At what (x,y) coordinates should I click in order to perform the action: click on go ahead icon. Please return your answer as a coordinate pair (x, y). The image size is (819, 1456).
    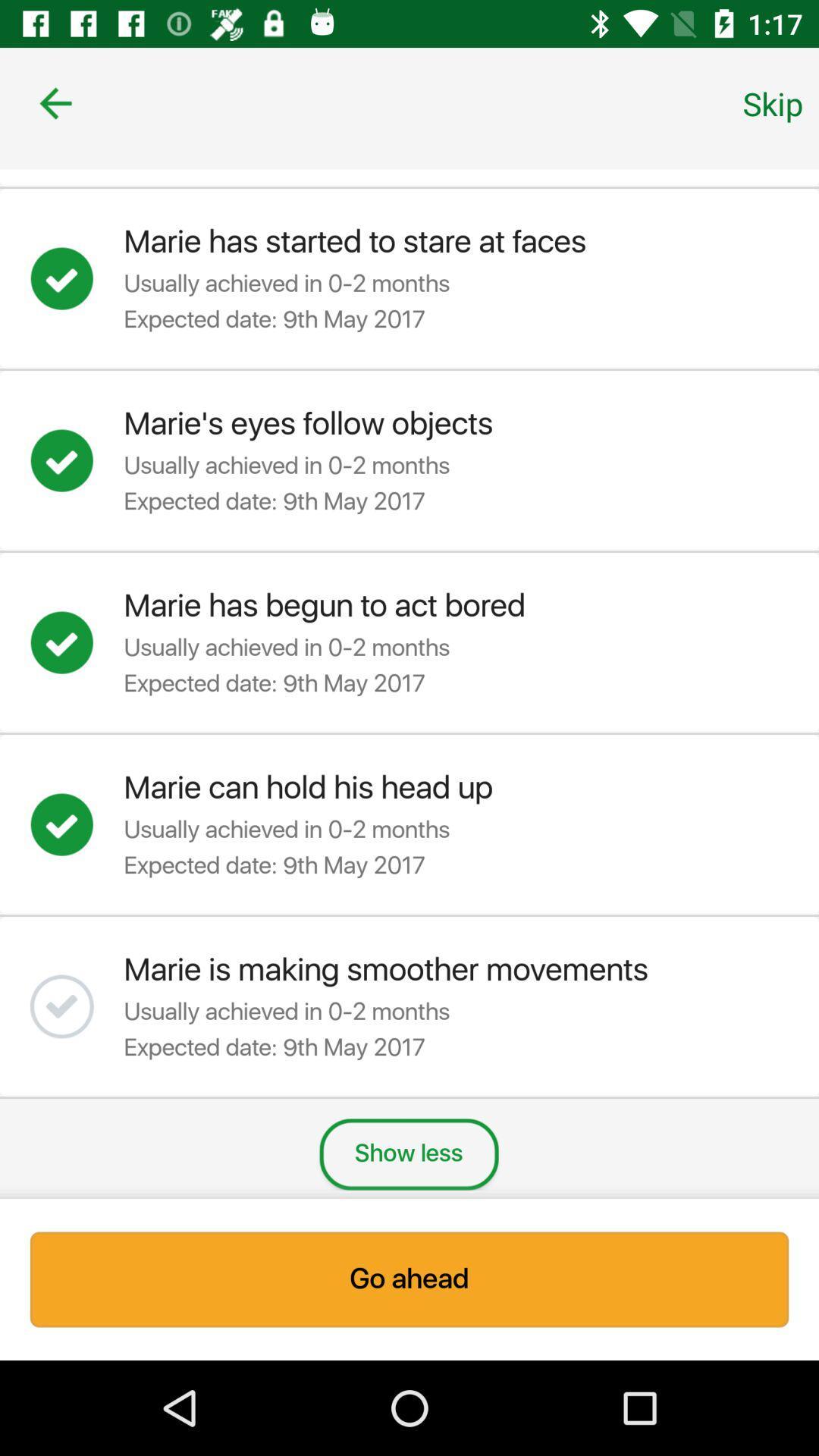
    Looking at the image, I should click on (409, 1279).